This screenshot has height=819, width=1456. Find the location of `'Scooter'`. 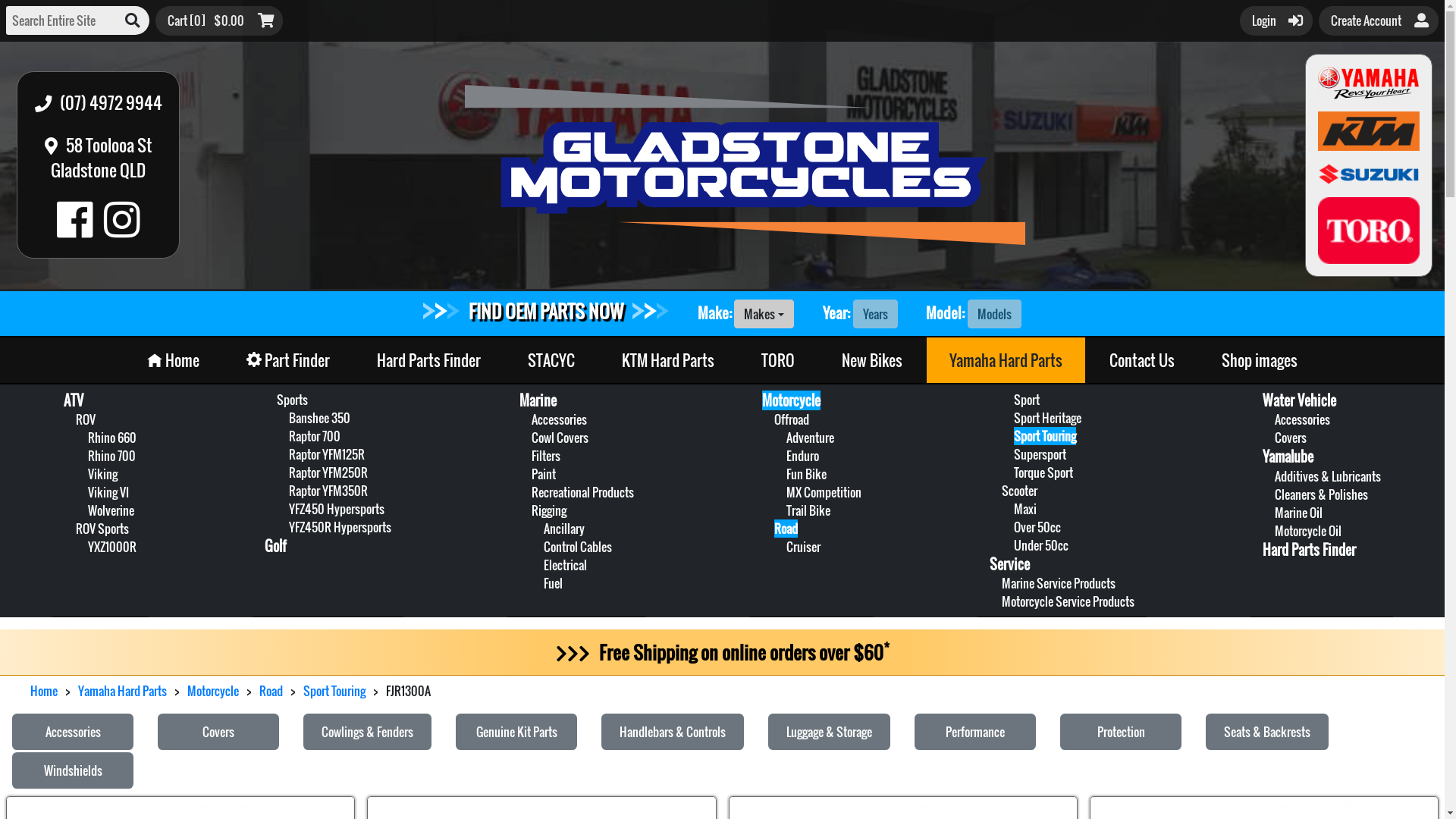

'Scooter' is located at coordinates (1019, 491).